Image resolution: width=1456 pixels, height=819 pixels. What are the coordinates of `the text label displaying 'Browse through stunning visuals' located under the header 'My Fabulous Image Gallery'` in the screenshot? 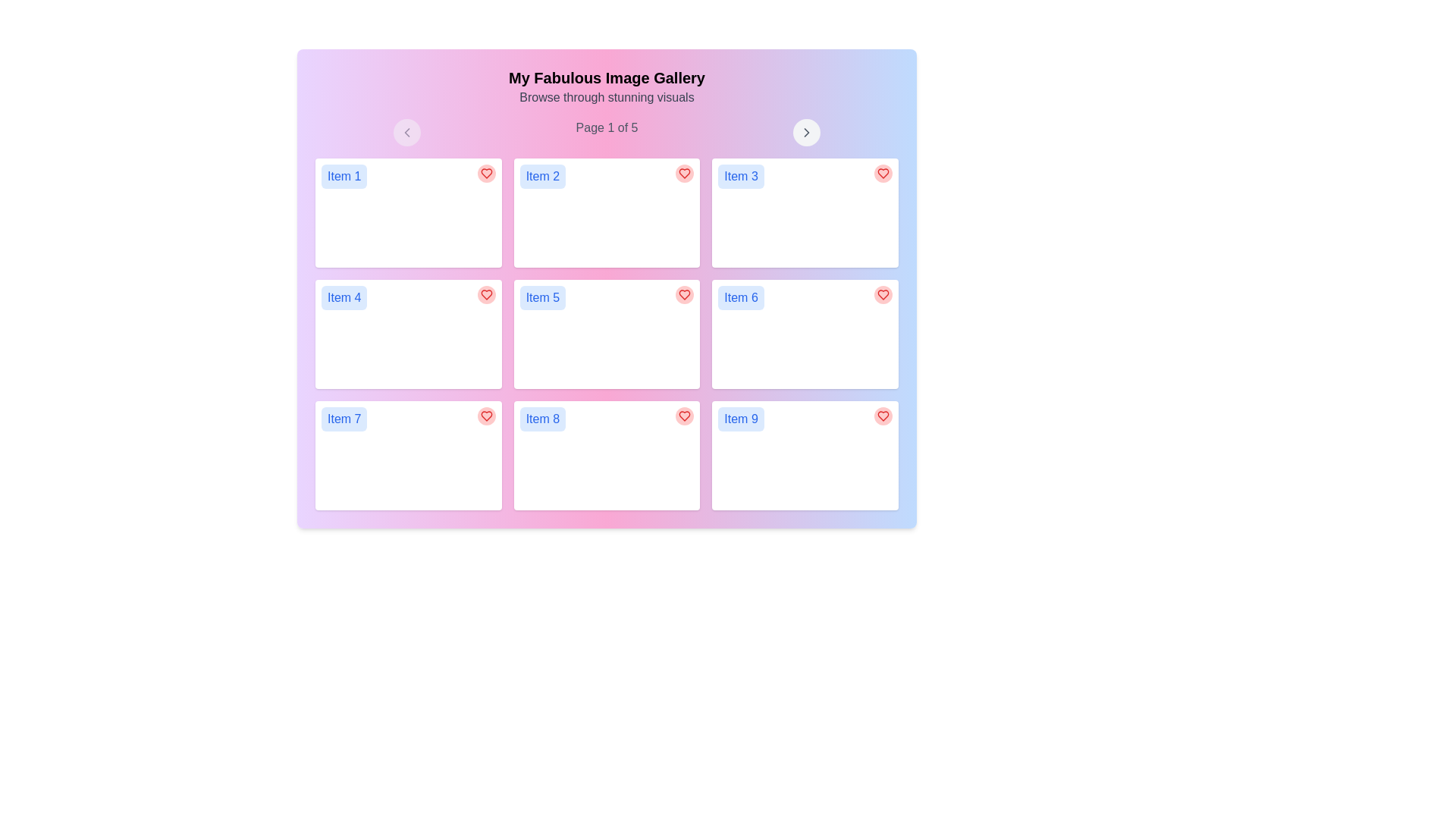 It's located at (607, 97).